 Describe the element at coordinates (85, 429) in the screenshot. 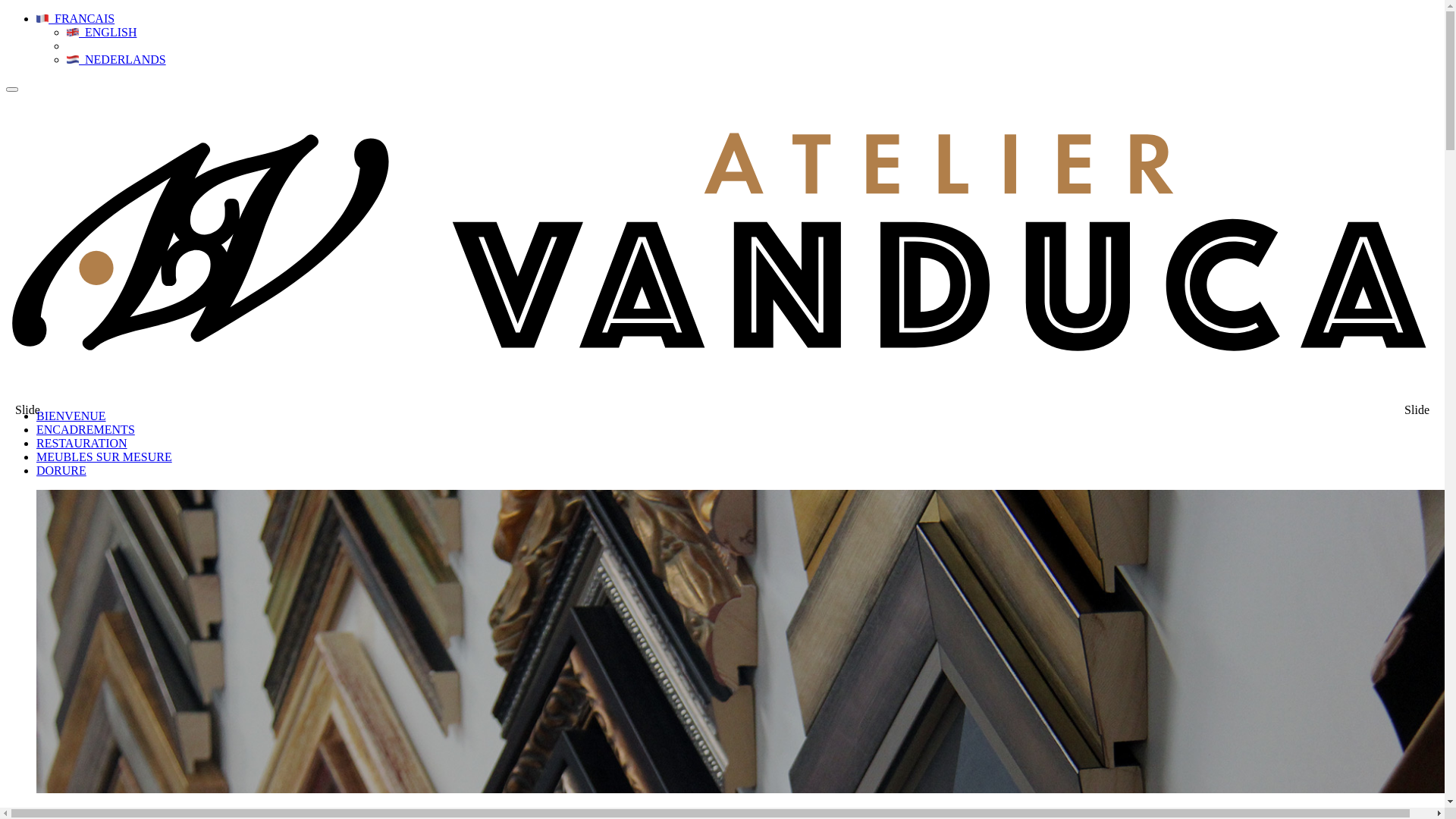

I see `'ENCADREMENTS'` at that location.